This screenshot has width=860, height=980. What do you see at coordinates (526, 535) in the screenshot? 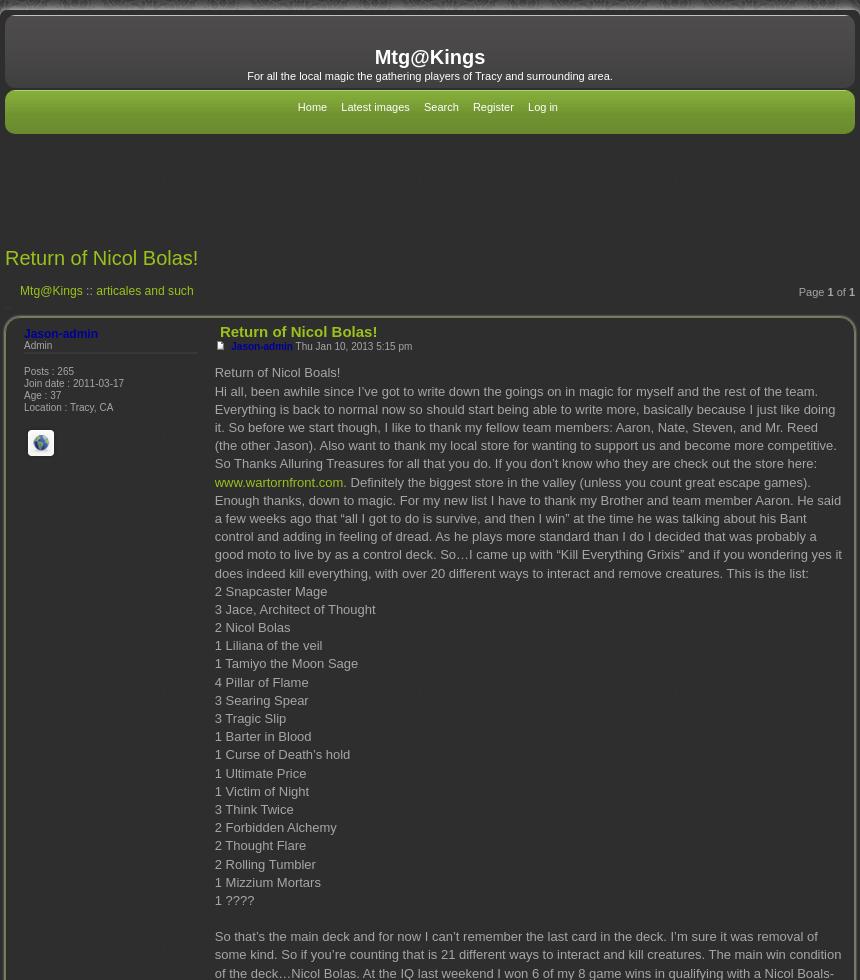
I see `'Enough thanks, down to magic.  For my new list I have to thank my Brother and team member Aaron.  He said a few weeks ago that “all I got to do is survive, and then I win” at the time he was talking about his Bant control and adding in feeling of dread.  As he plays more standard than I do I decided that was probably a good moto to live by as a control deck.  So…I came up with “Kill Everything Grixis”  and if you wondering yes it does indeed kill everything, with over 20 different ways to interact and remove creatures.  This is the list:'` at bounding box center [526, 535].